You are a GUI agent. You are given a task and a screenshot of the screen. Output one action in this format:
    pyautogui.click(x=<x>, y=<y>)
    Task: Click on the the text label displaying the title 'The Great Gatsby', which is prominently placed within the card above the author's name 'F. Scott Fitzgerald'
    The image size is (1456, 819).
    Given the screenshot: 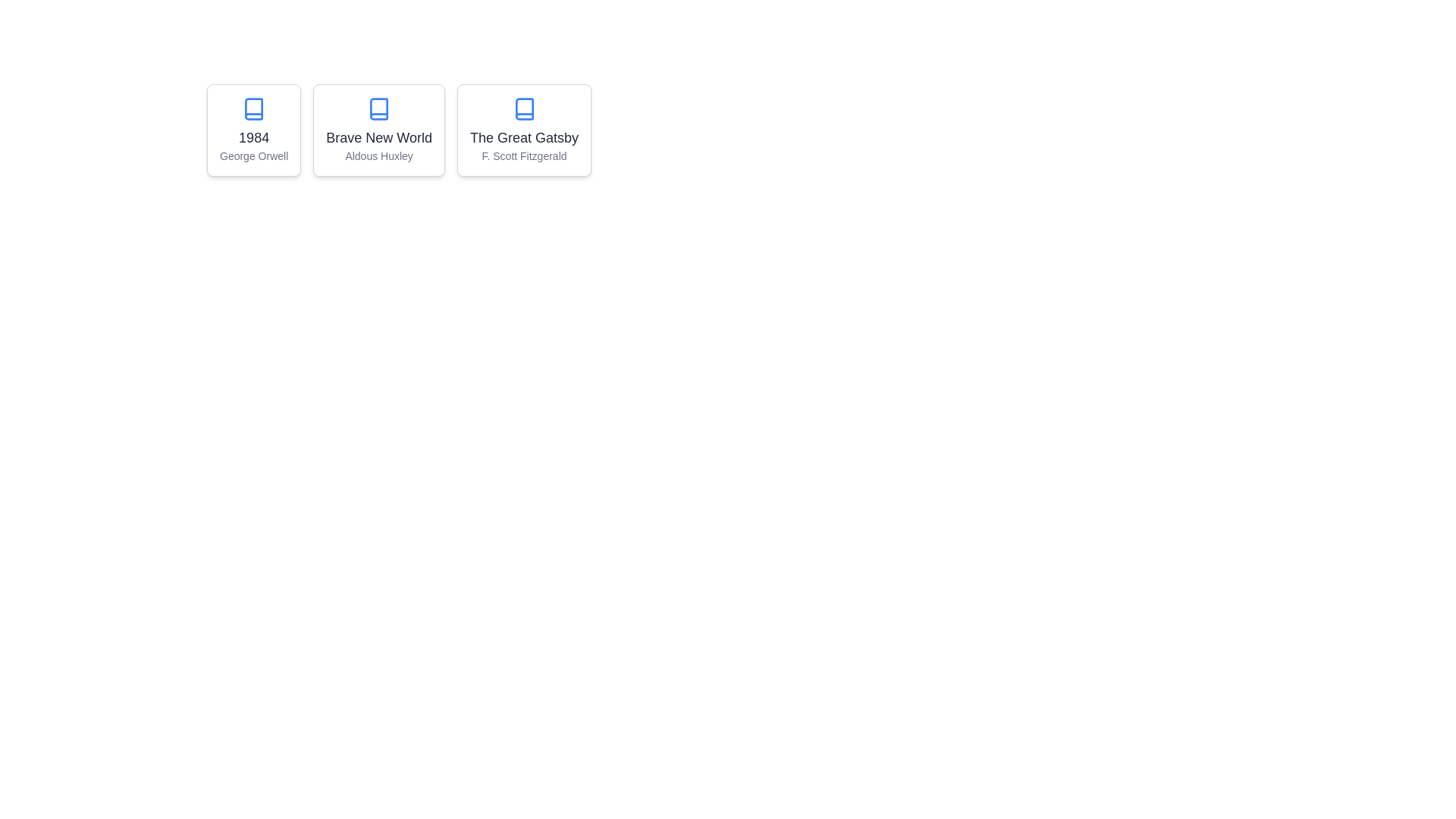 What is the action you would take?
    pyautogui.click(x=524, y=137)
    